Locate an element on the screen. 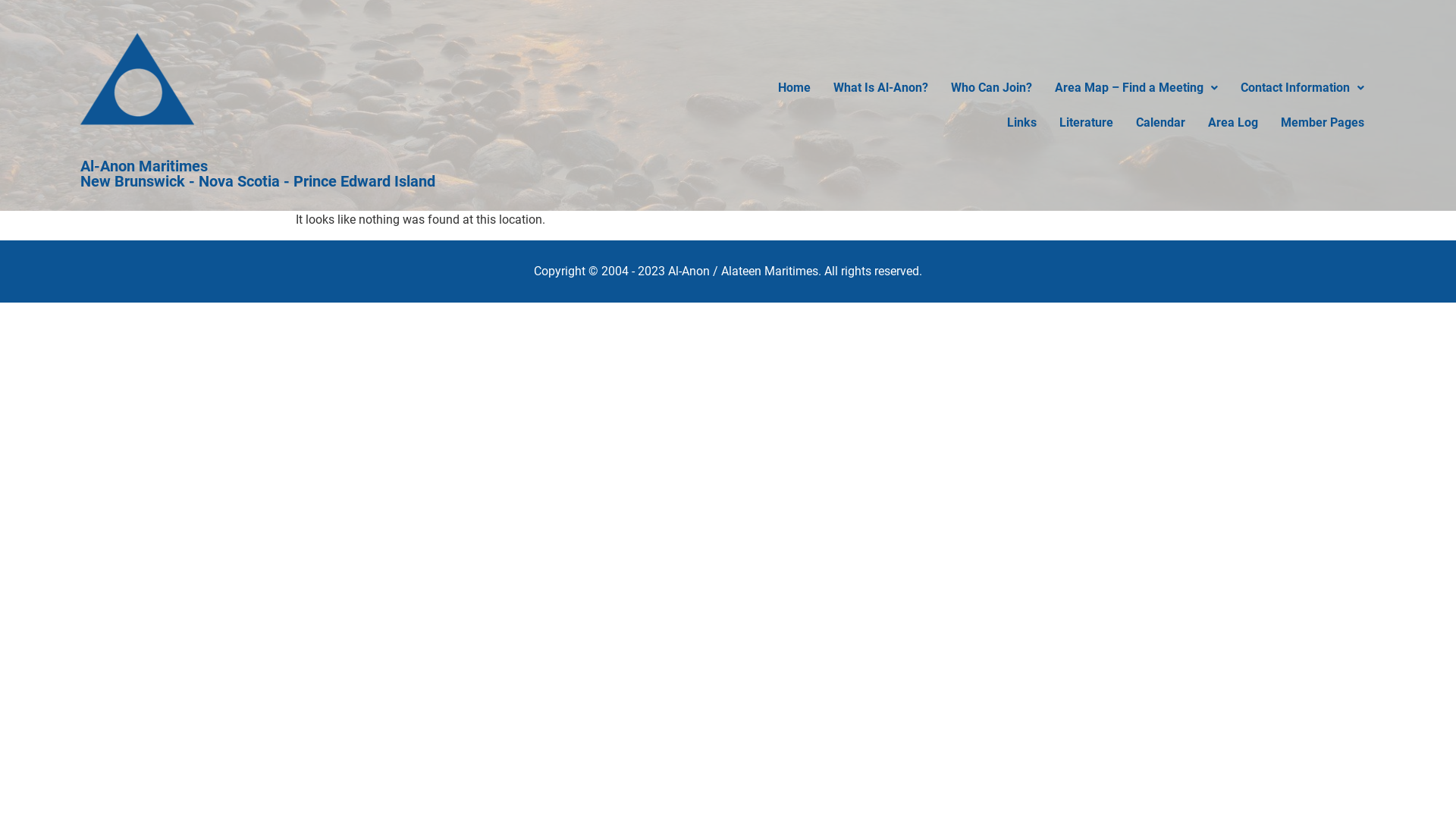  'Contact Information' is located at coordinates (1301, 87).